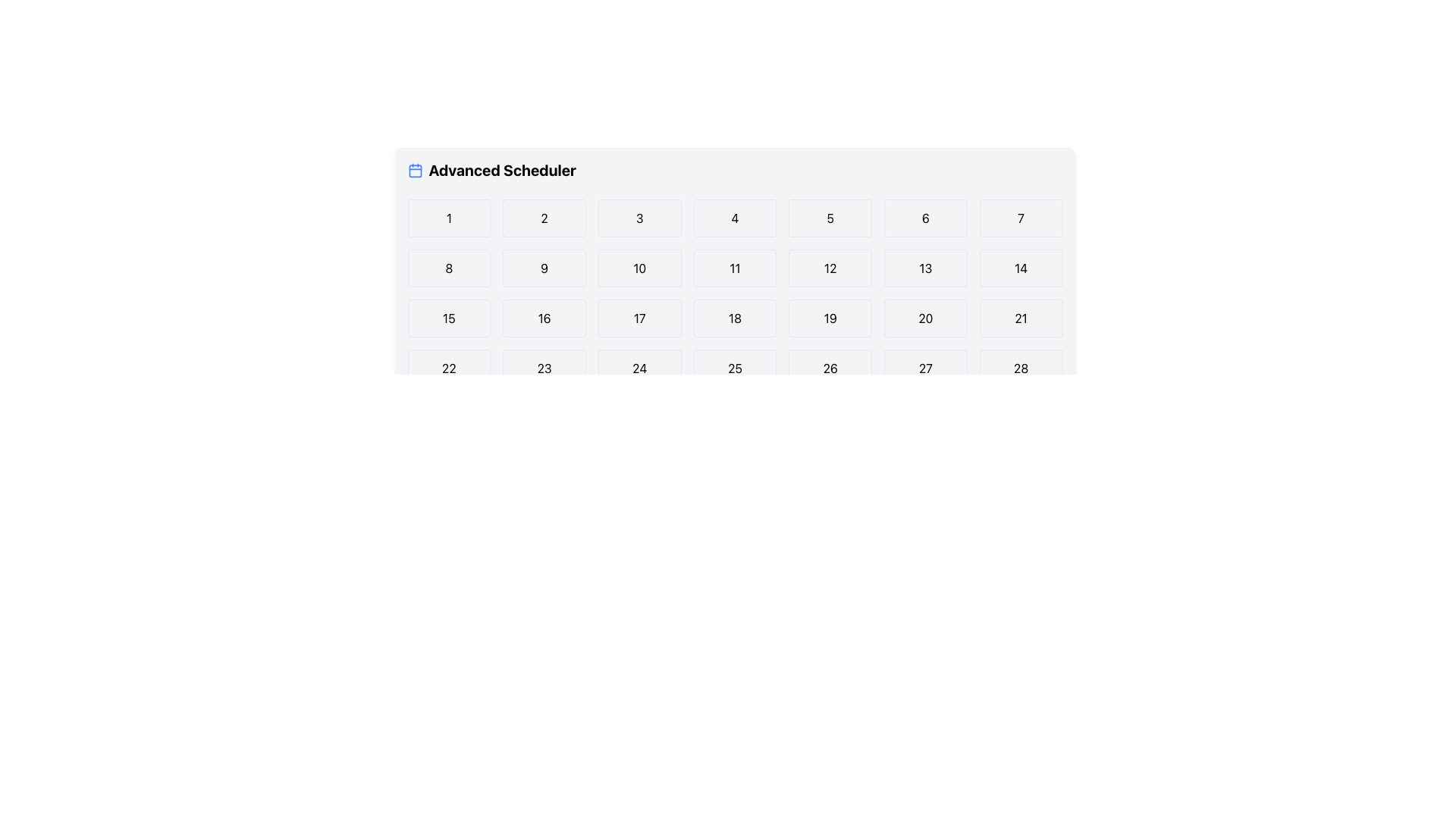 Image resolution: width=1456 pixels, height=819 pixels. I want to click on the selectable item button in the grid of the 'Advanced Scheduler', so click(639, 218).